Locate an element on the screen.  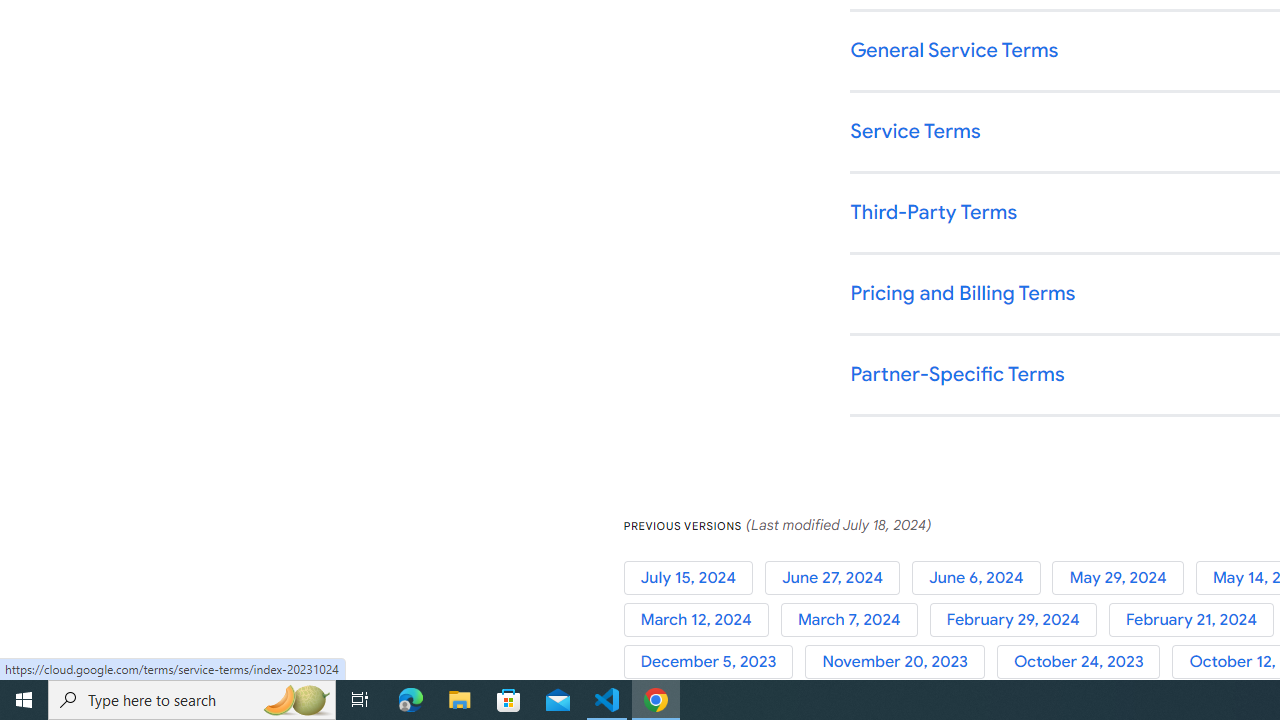
'December 5, 2023' is located at coordinates (714, 662).